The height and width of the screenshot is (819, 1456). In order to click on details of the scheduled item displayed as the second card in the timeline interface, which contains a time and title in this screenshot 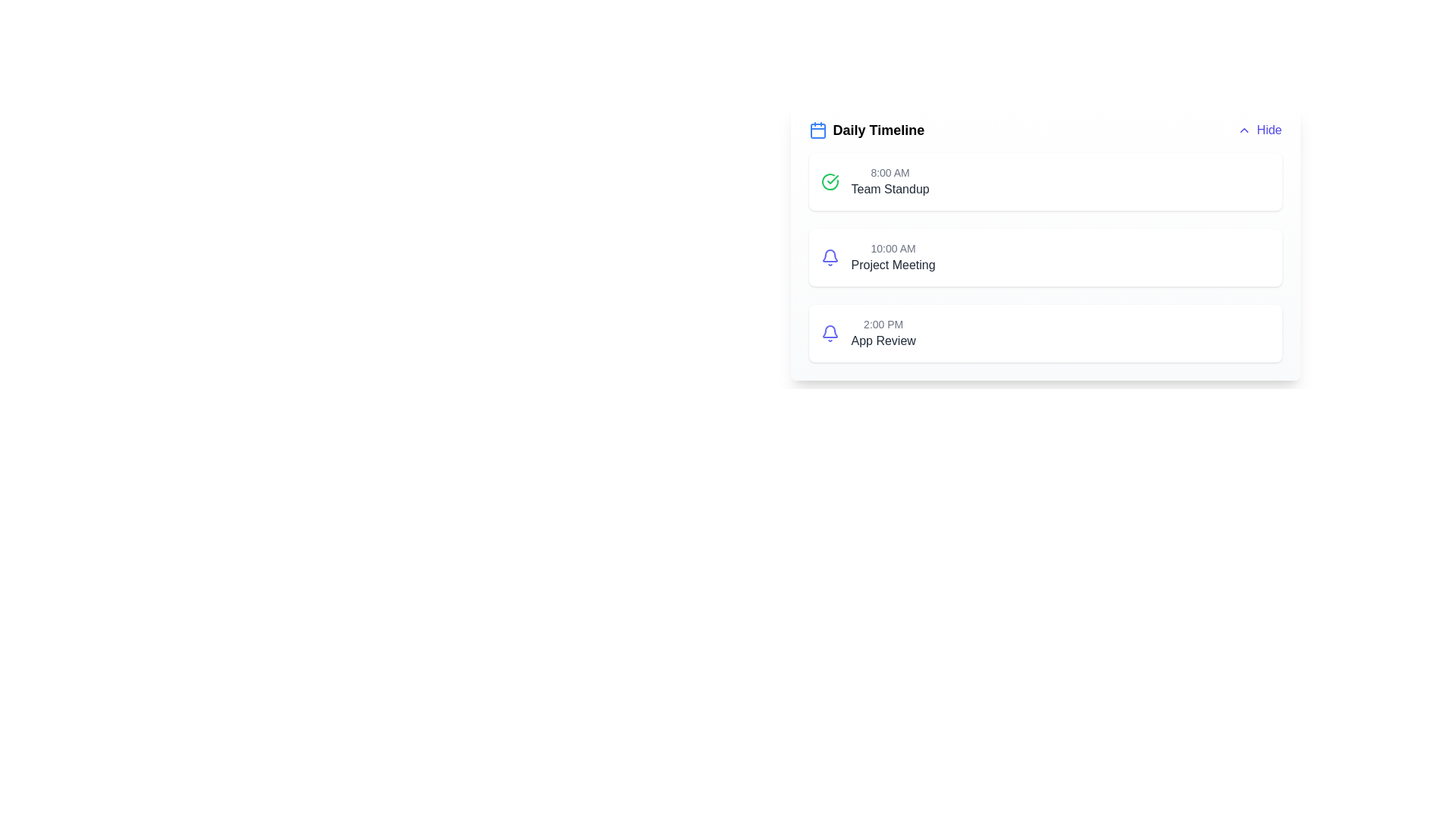, I will do `click(893, 256)`.